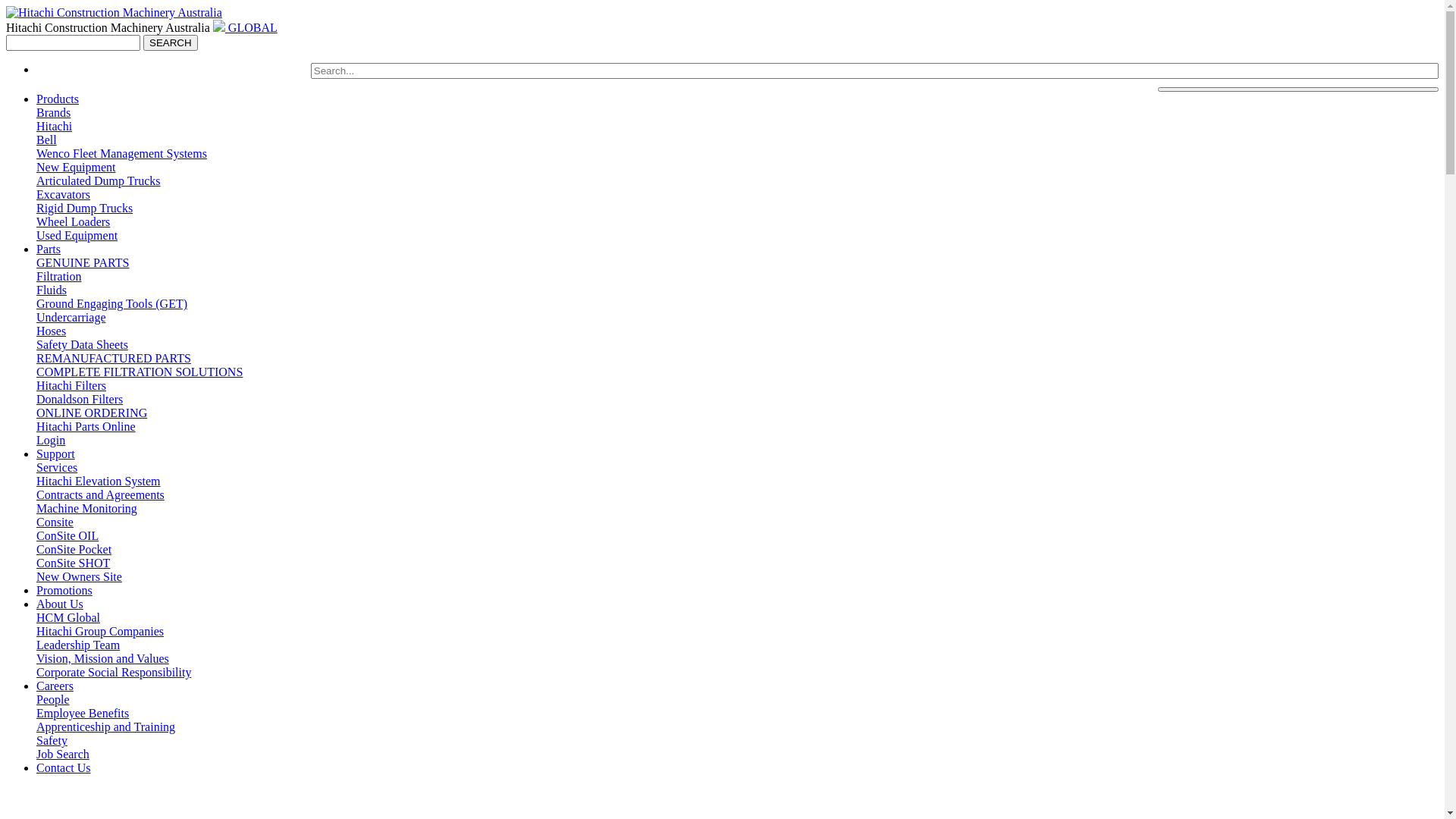 The height and width of the screenshot is (819, 1456). Describe the element at coordinates (77, 645) in the screenshot. I see `'Leadership Team'` at that location.